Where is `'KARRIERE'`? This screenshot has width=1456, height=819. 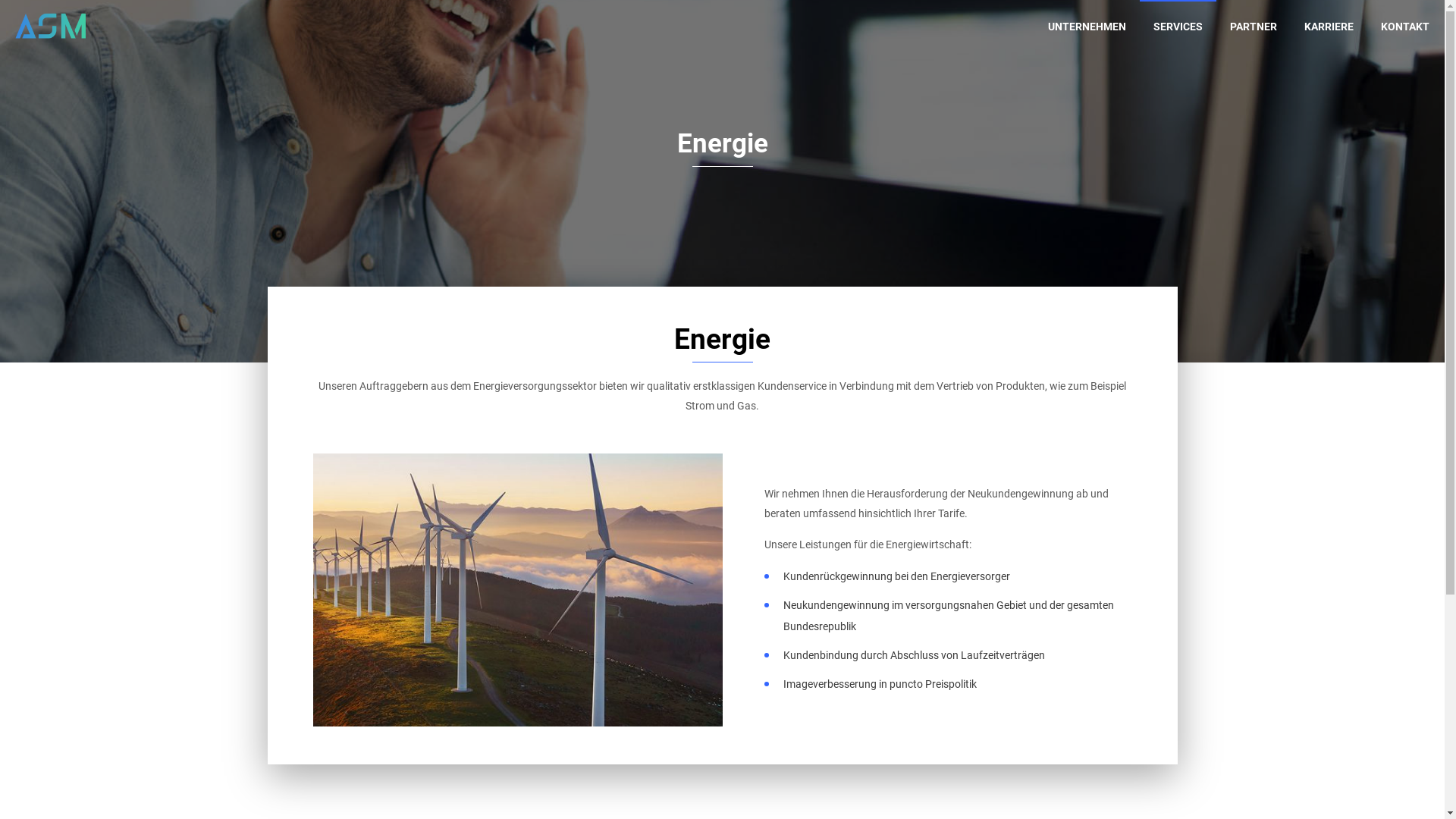
'KARRIERE' is located at coordinates (1328, 26).